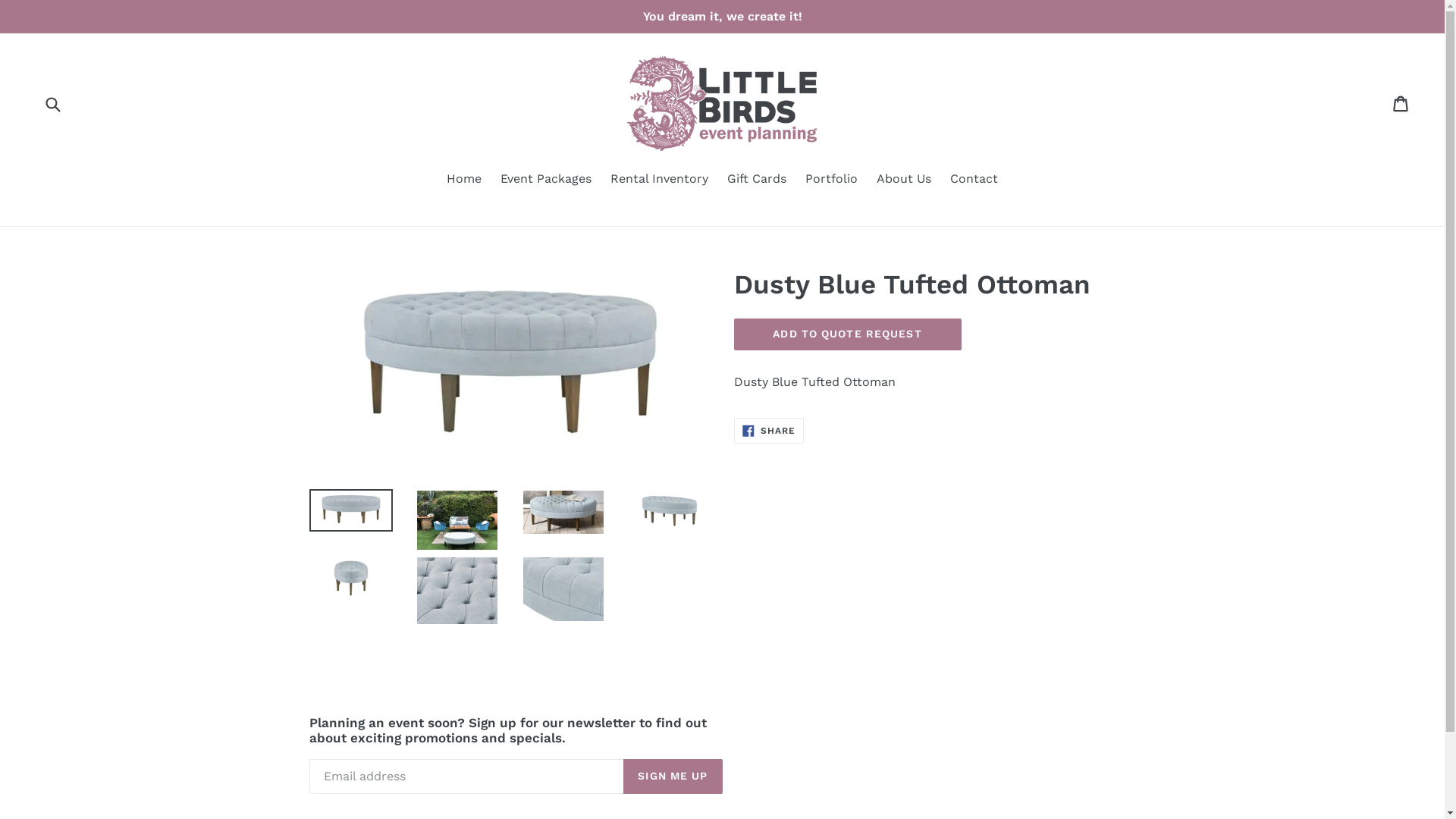  What do you see at coordinates (52, 102) in the screenshot?
I see `'Submit'` at bounding box center [52, 102].